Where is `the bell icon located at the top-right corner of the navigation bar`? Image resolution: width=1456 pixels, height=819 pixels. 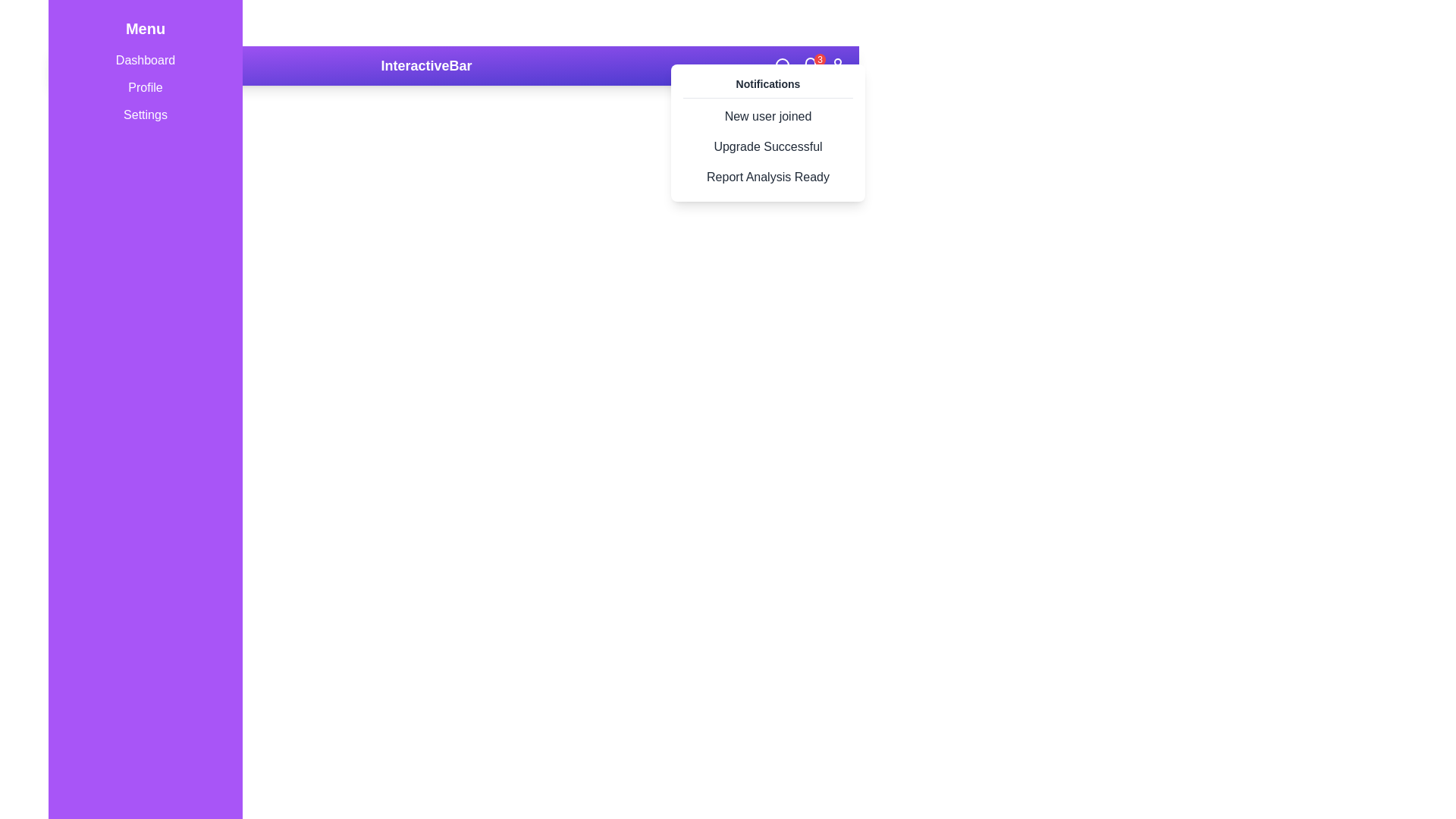 the bell icon located at the top-right corner of the navigation bar is located at coordinates (819, 58).